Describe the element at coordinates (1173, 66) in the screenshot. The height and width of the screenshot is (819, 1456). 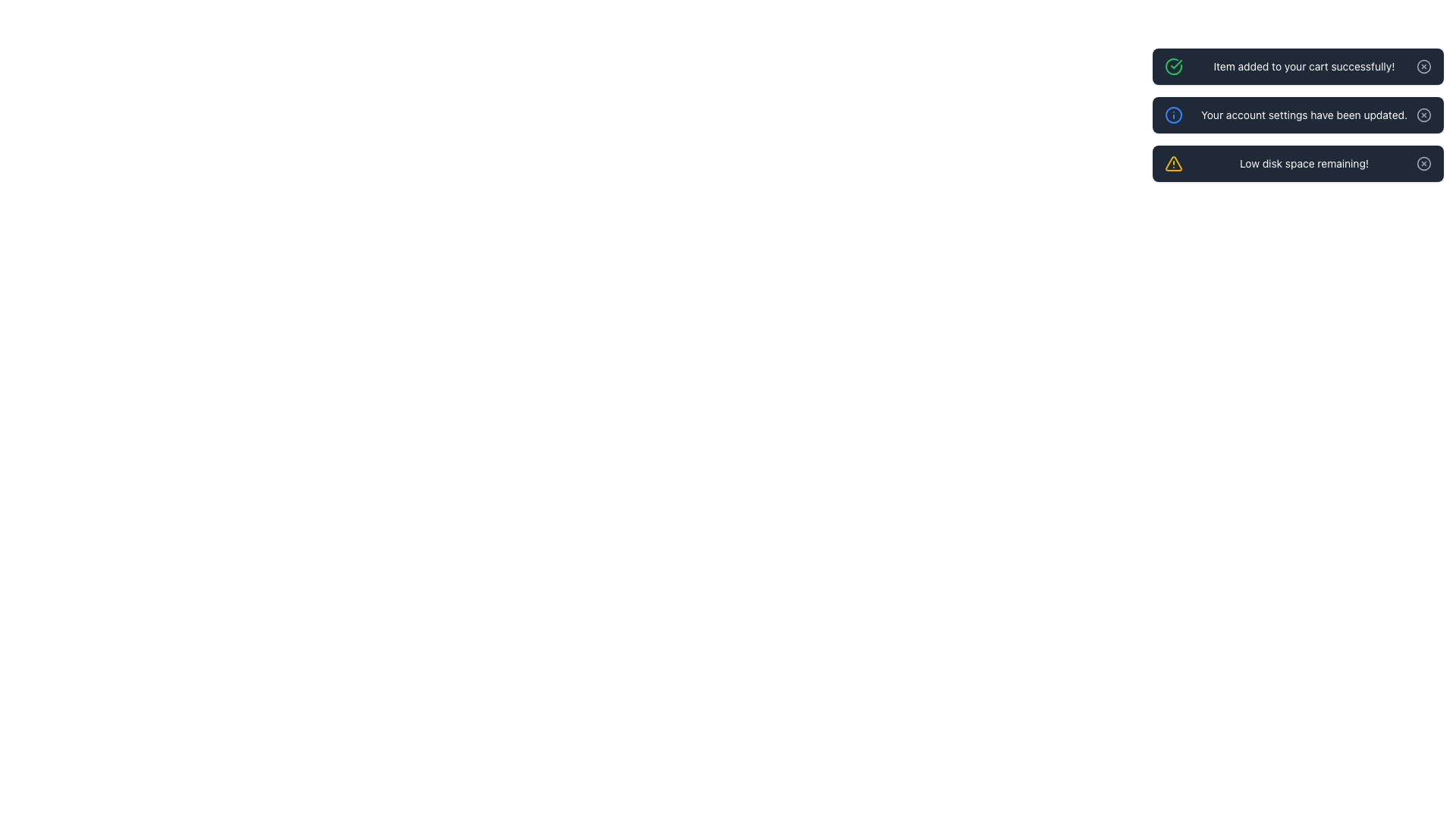
I see `the green circular icon with a check mark, which is positioned to the left of the notification text 'Item added to your cart successfully!'` at that location.